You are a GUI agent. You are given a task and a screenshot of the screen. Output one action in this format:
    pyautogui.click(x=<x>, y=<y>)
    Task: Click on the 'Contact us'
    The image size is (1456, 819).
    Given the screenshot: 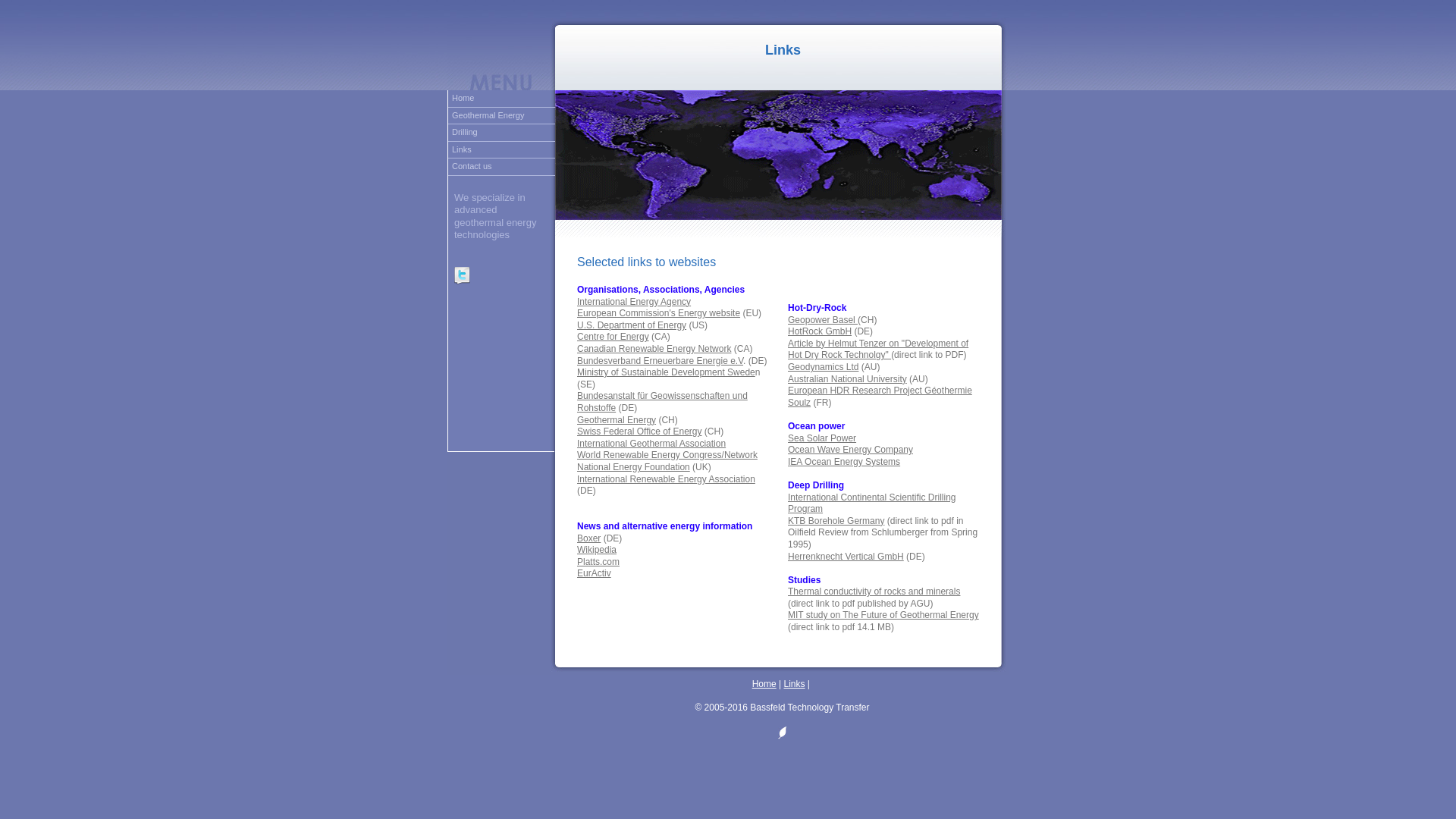 What is the action you would take?
    pyautogui.click(x=447, y=167)
    